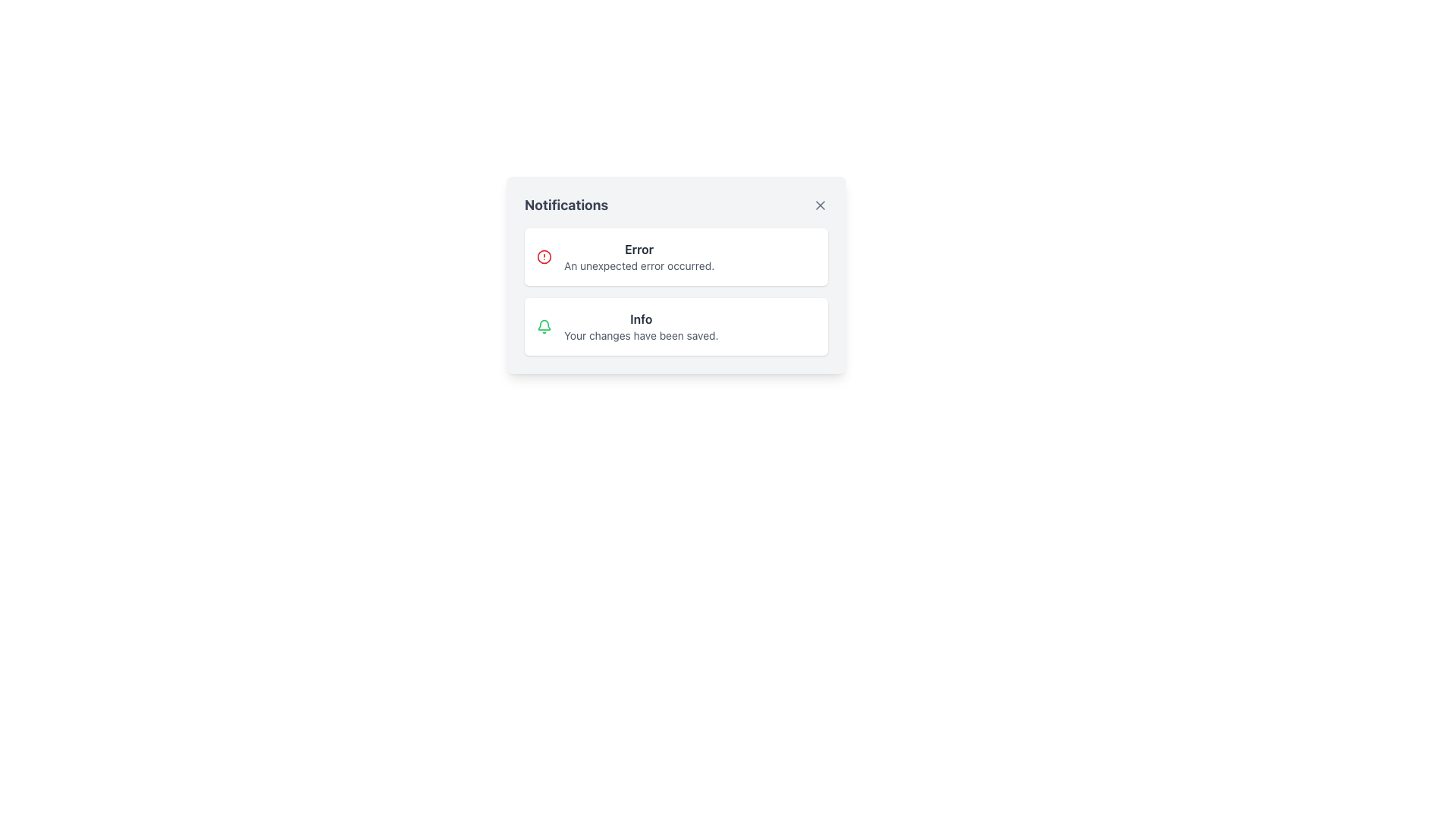 This screenshot has width=1456, height=819. What do you see at coordinates (544, 326) in the screenshot?
I see `the informational icon on the far left side of the notification box that contains the text 'Info' and 'Your changes have been saved.'` at bounding box center [544, 326].